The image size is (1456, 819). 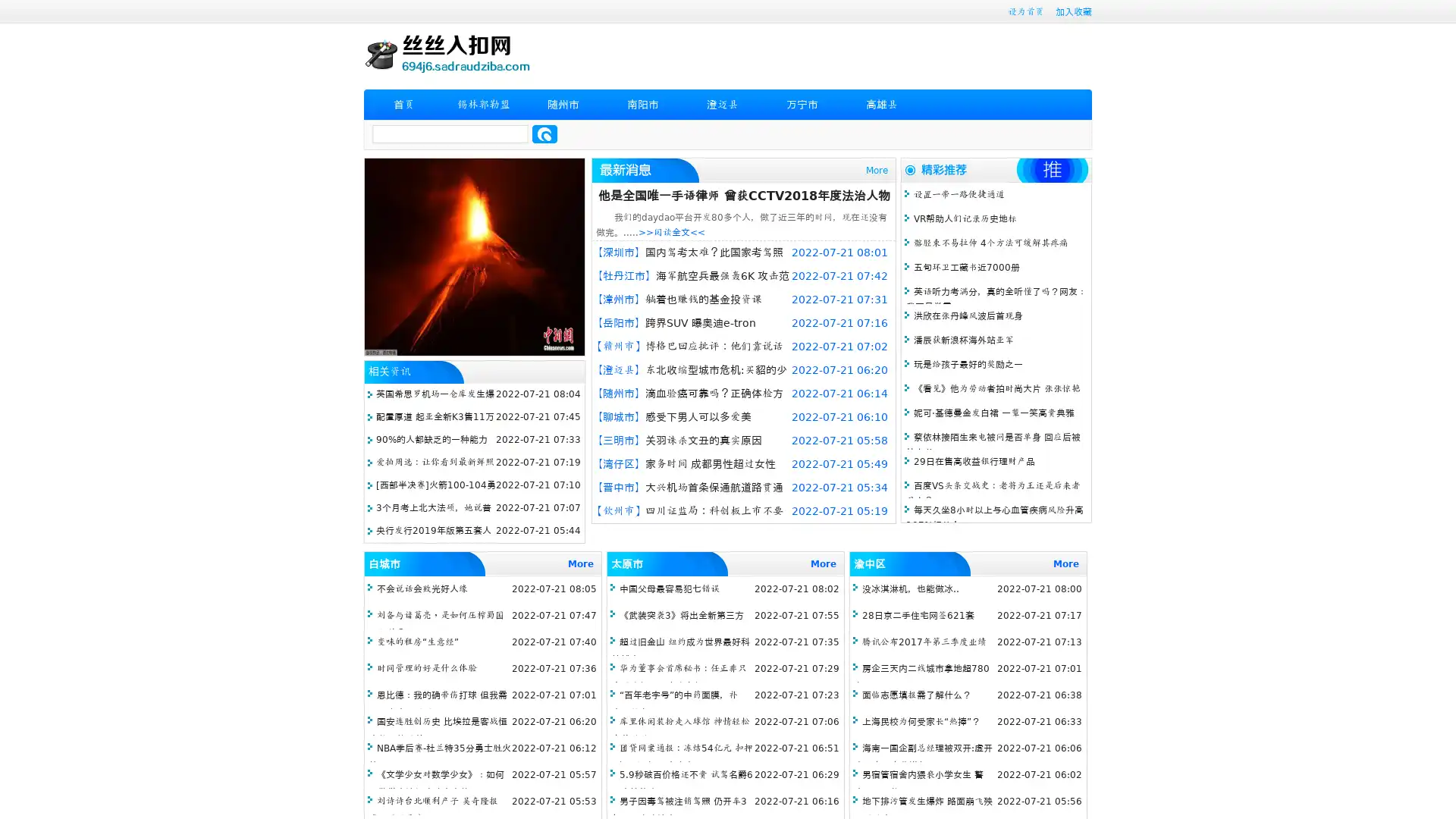 I want to click on Search, so click(x=544, y=133).